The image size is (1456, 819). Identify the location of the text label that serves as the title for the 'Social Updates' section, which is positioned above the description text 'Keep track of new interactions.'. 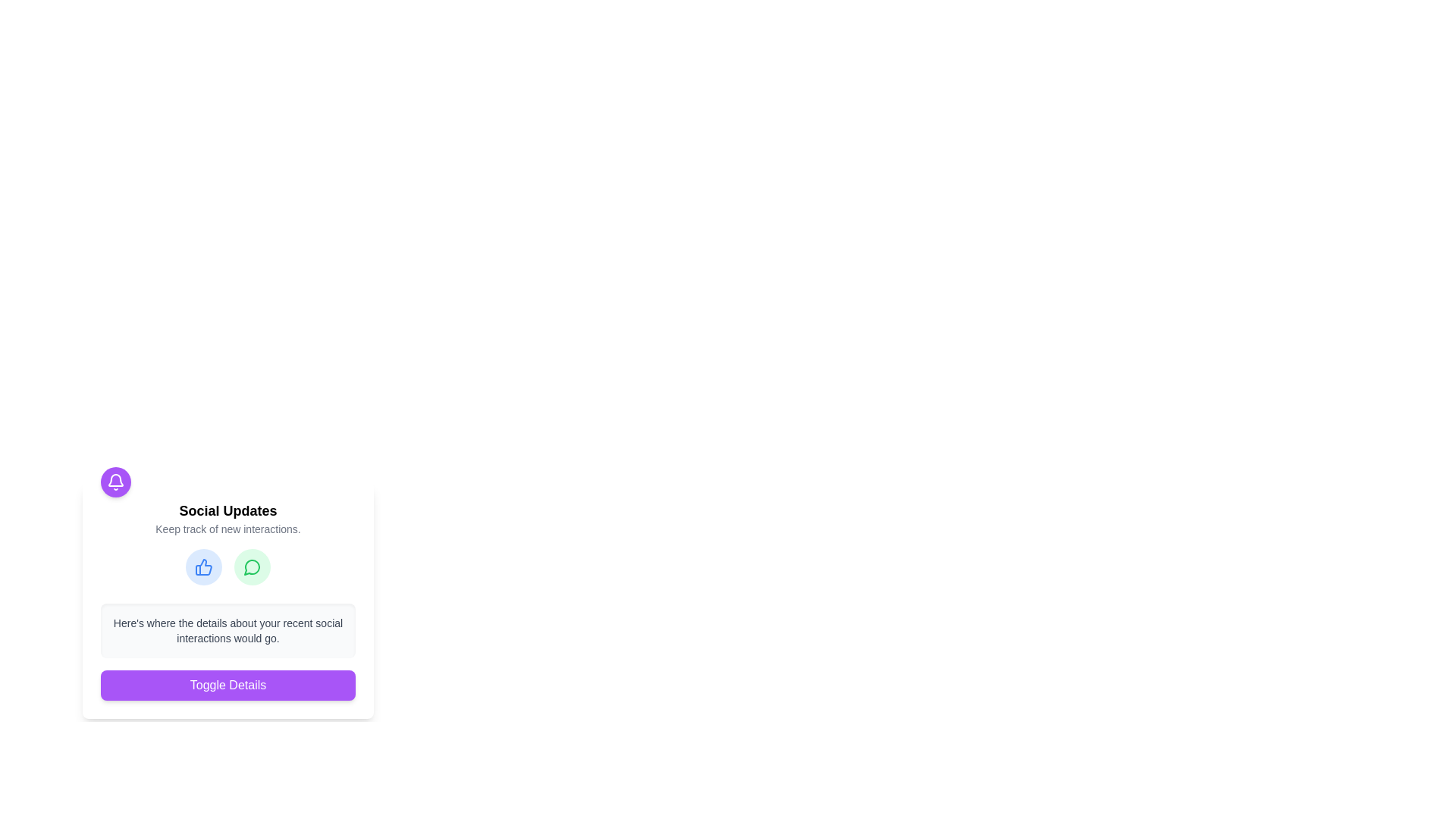
(227, 511).